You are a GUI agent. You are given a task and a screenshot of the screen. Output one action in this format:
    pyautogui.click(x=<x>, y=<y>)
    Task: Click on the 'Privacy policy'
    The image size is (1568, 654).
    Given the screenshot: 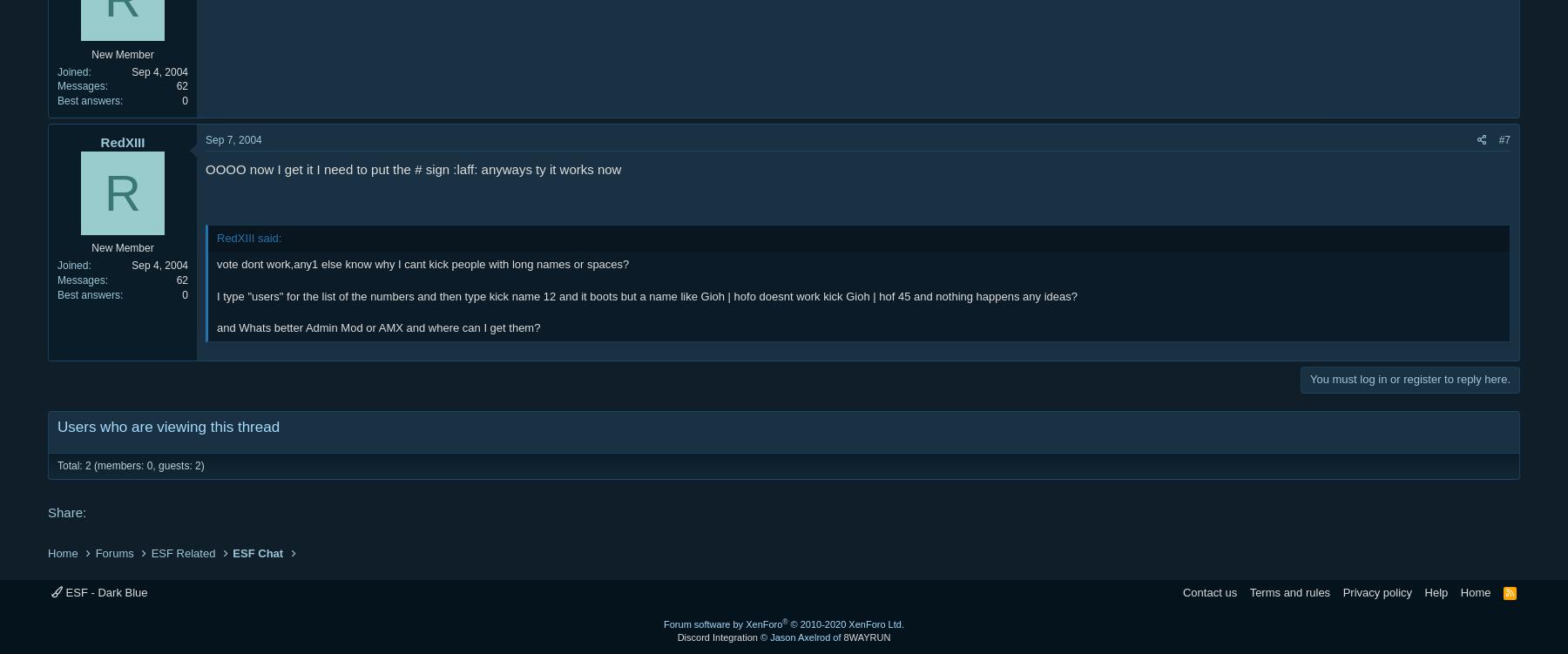 What is the action you would take?
    pyautogui.click(x=1375, y=590)
    